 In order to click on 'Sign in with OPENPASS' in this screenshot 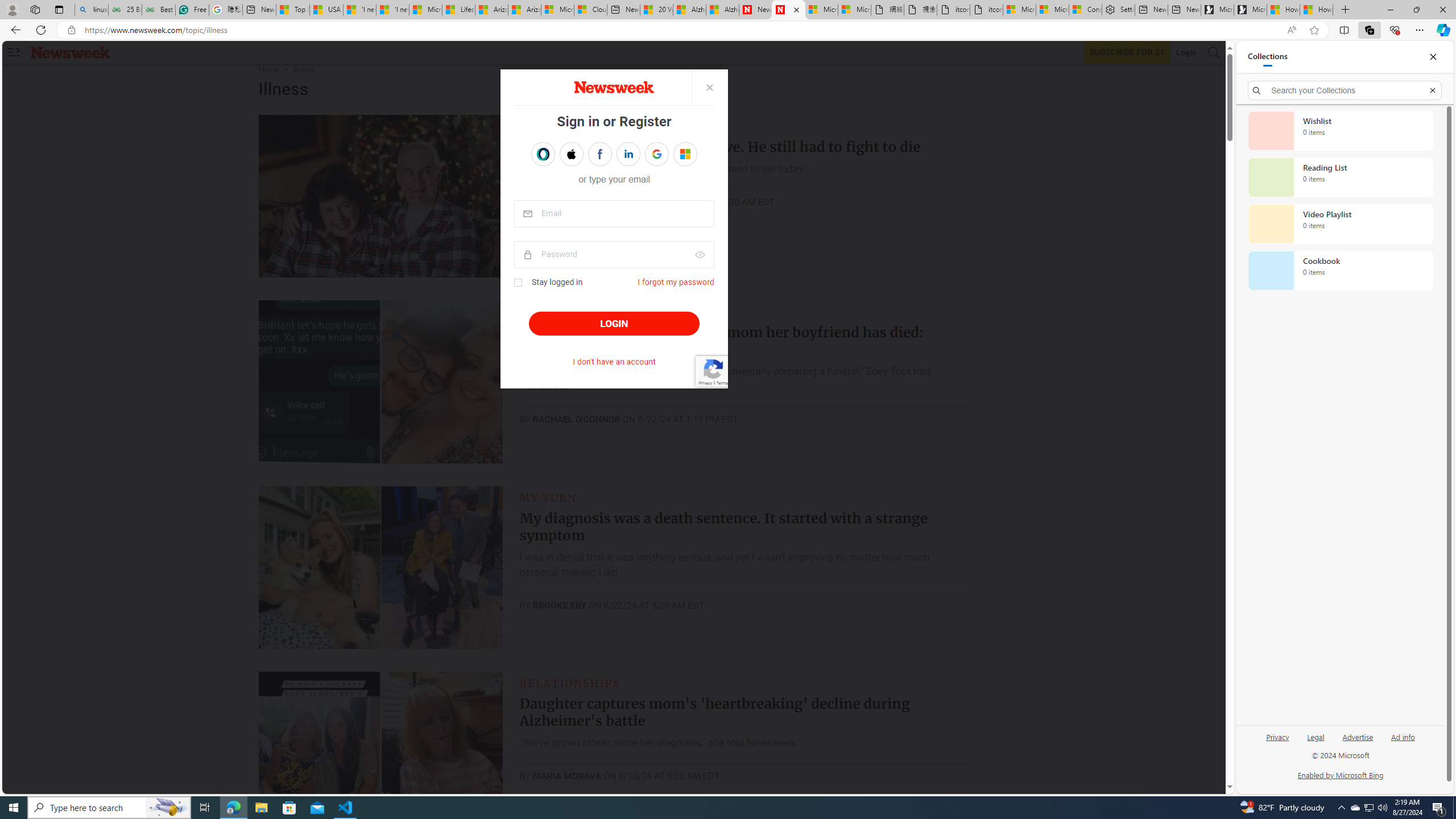, I will do `click(542, 154)`.